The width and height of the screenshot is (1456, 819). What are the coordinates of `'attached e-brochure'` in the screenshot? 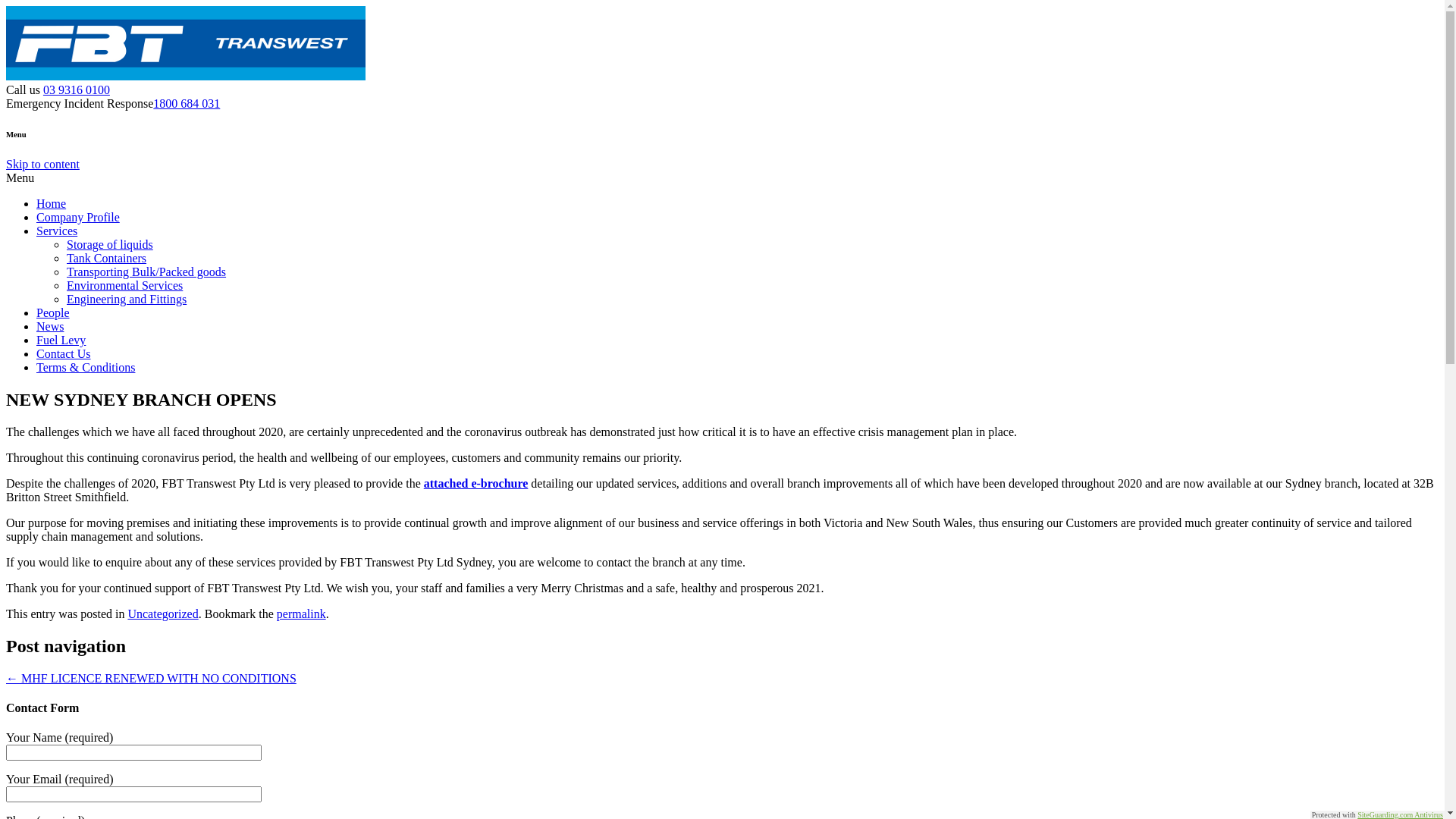 It's located at (475, 483).